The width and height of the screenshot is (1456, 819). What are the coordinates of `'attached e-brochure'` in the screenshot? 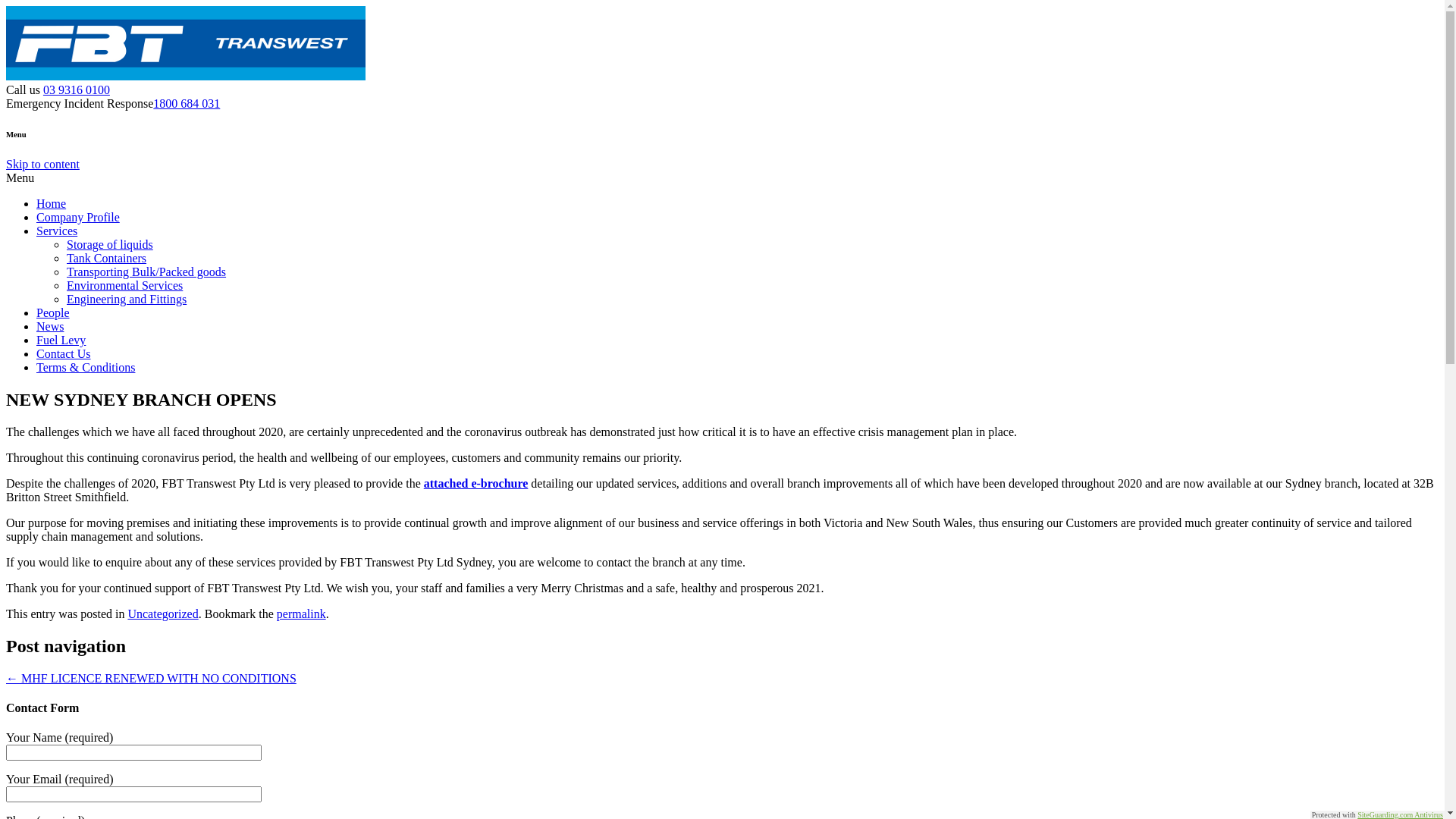 It's located at (475, 483).